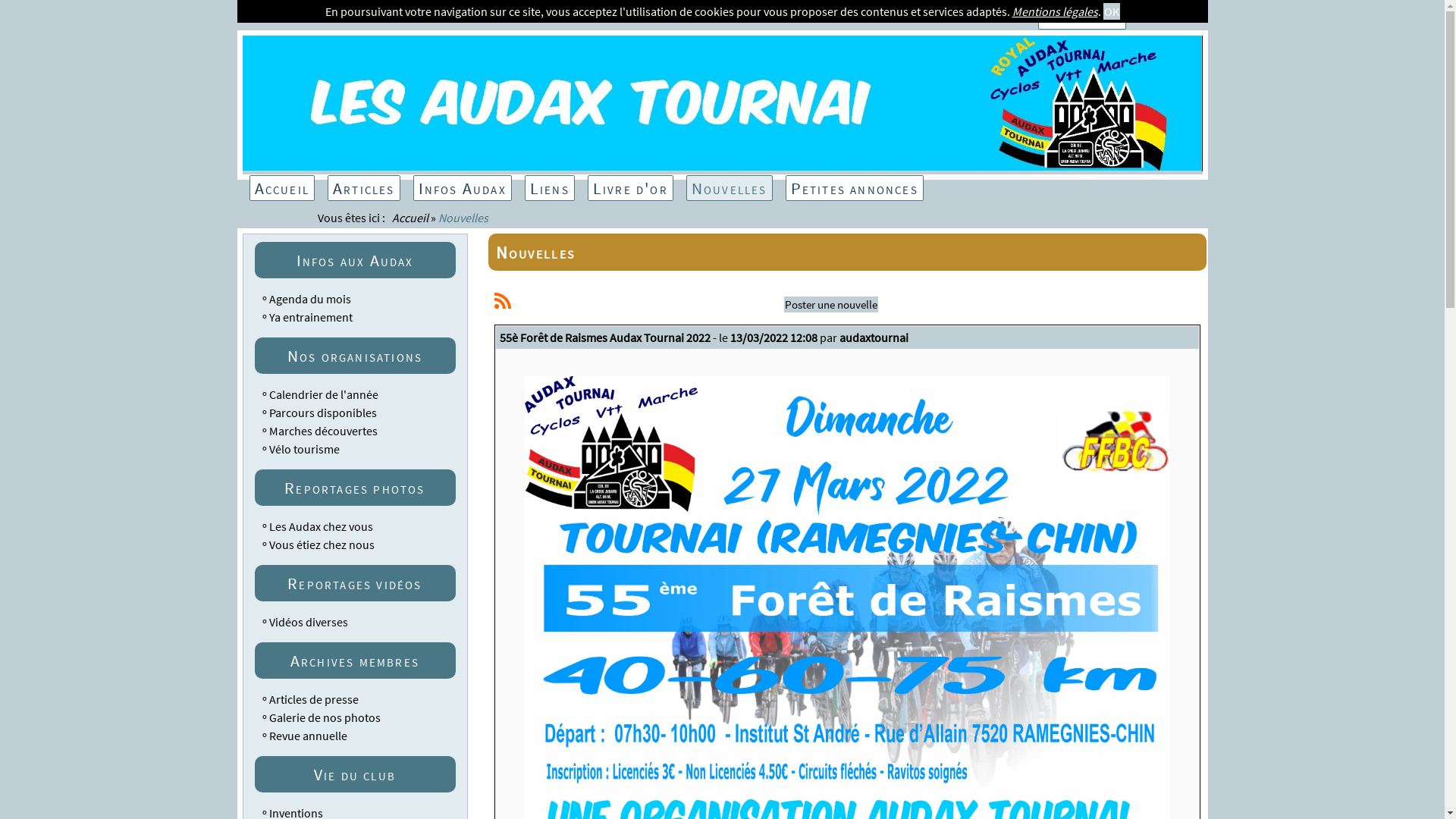 This screenshot has height=819, width=1456. Describe the element at coordinates (309, 298) in the screenshot. I see `'Agenda du mois'` at that location.